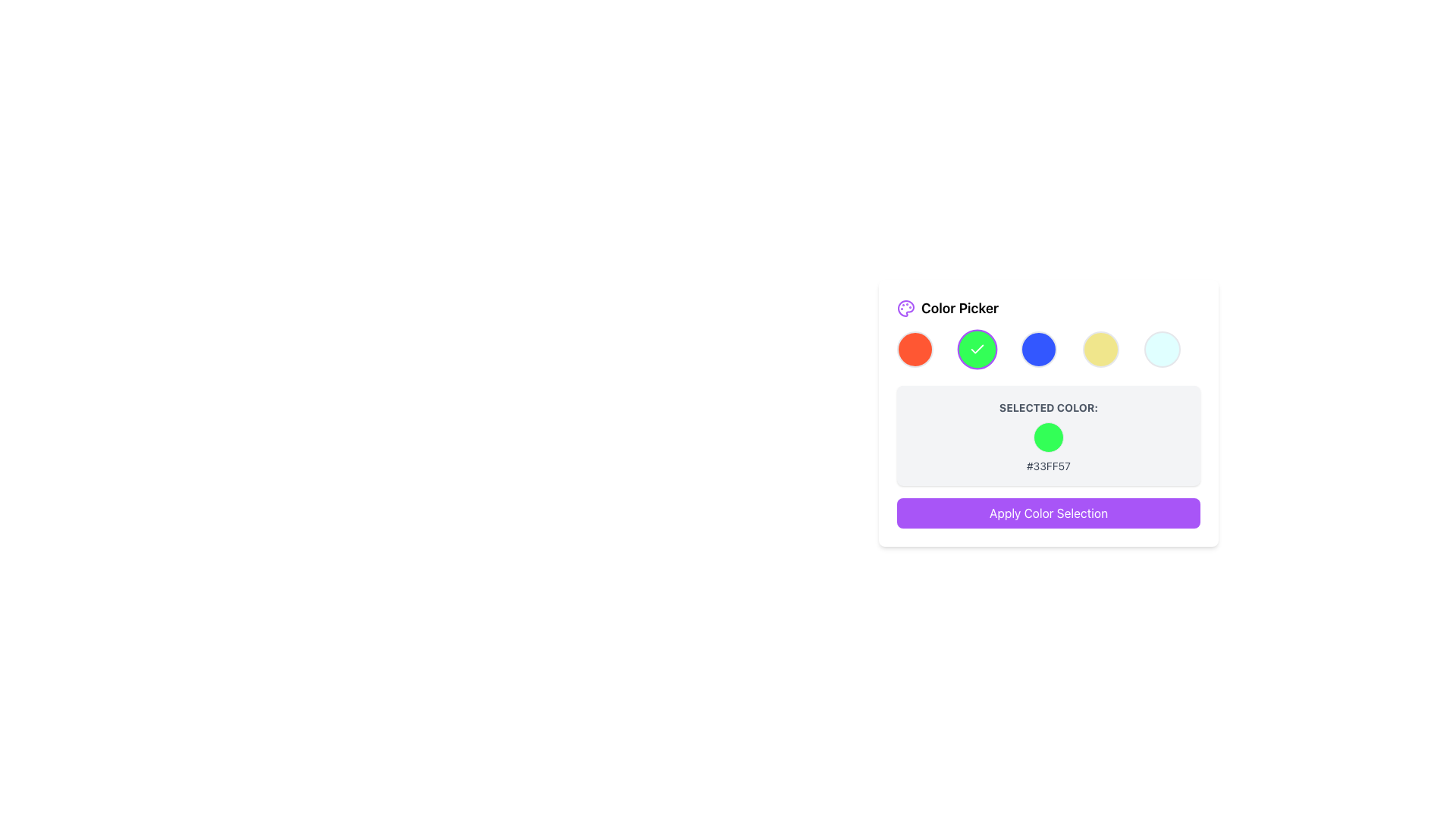 This screenshot has width=1456, height=819. I want to click on text label that displays 'Selected Color:' which is bold and gray, positioned above the circular green color indicator, so click(1047, 406).